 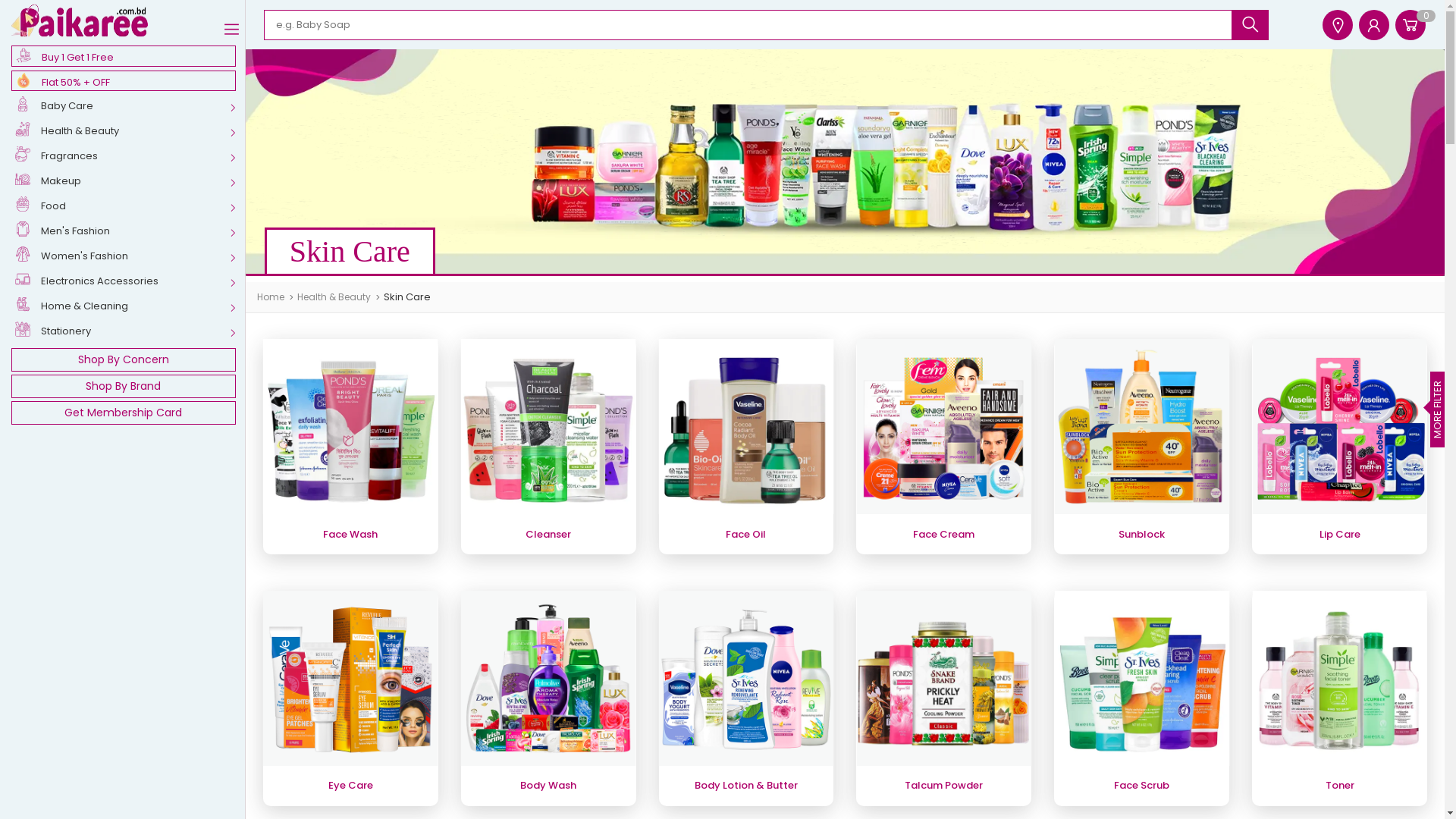 I want to click on 'Shop By Concern', so click(x=124, y=359).